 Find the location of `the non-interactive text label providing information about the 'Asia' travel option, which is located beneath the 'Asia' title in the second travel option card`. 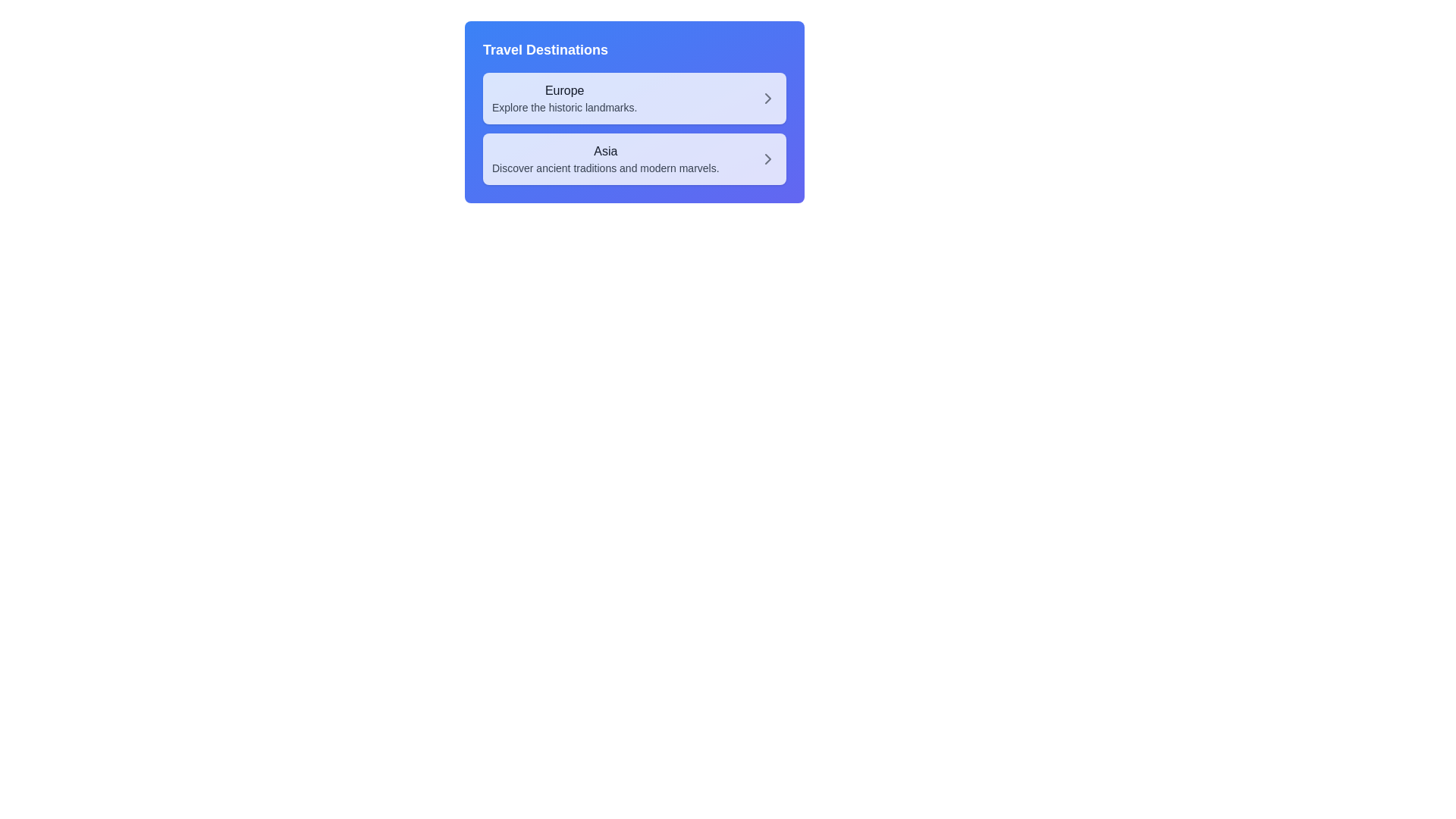

the non-interactive text label providing information about the 'Asia' travel option, which is located beneath the 'Asia' title in the second travel option card is located at coordinates (604, 168).